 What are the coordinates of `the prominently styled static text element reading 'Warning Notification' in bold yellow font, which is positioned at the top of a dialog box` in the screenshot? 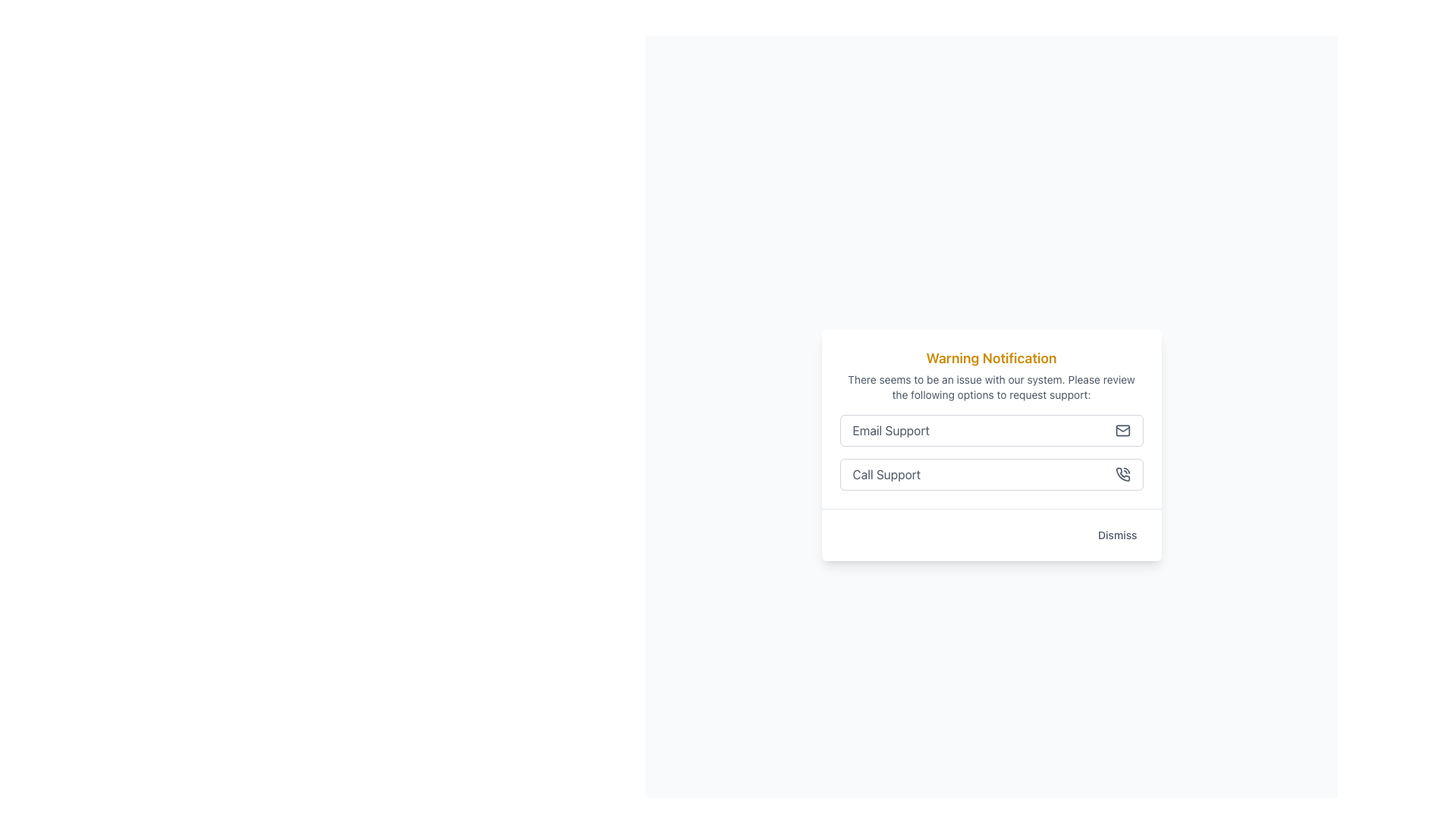 It's located at (991, 358).